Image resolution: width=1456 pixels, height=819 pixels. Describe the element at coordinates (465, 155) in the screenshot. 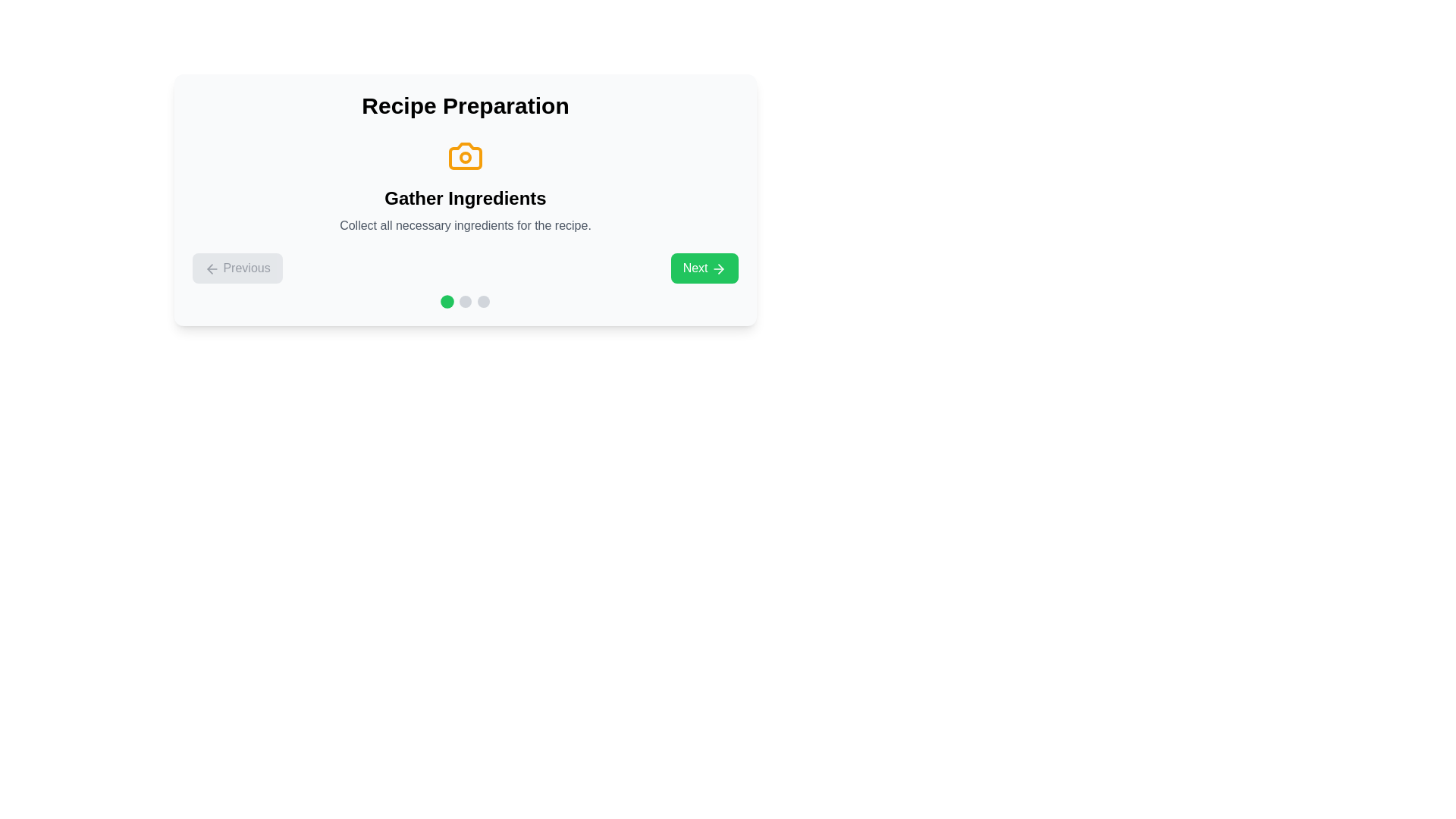

I see `the camera icon element, which is styled in amber color and located at the top of the main white card, above the 'Gather Ingredients' text and below 'Recipe Preparation'` at that location.